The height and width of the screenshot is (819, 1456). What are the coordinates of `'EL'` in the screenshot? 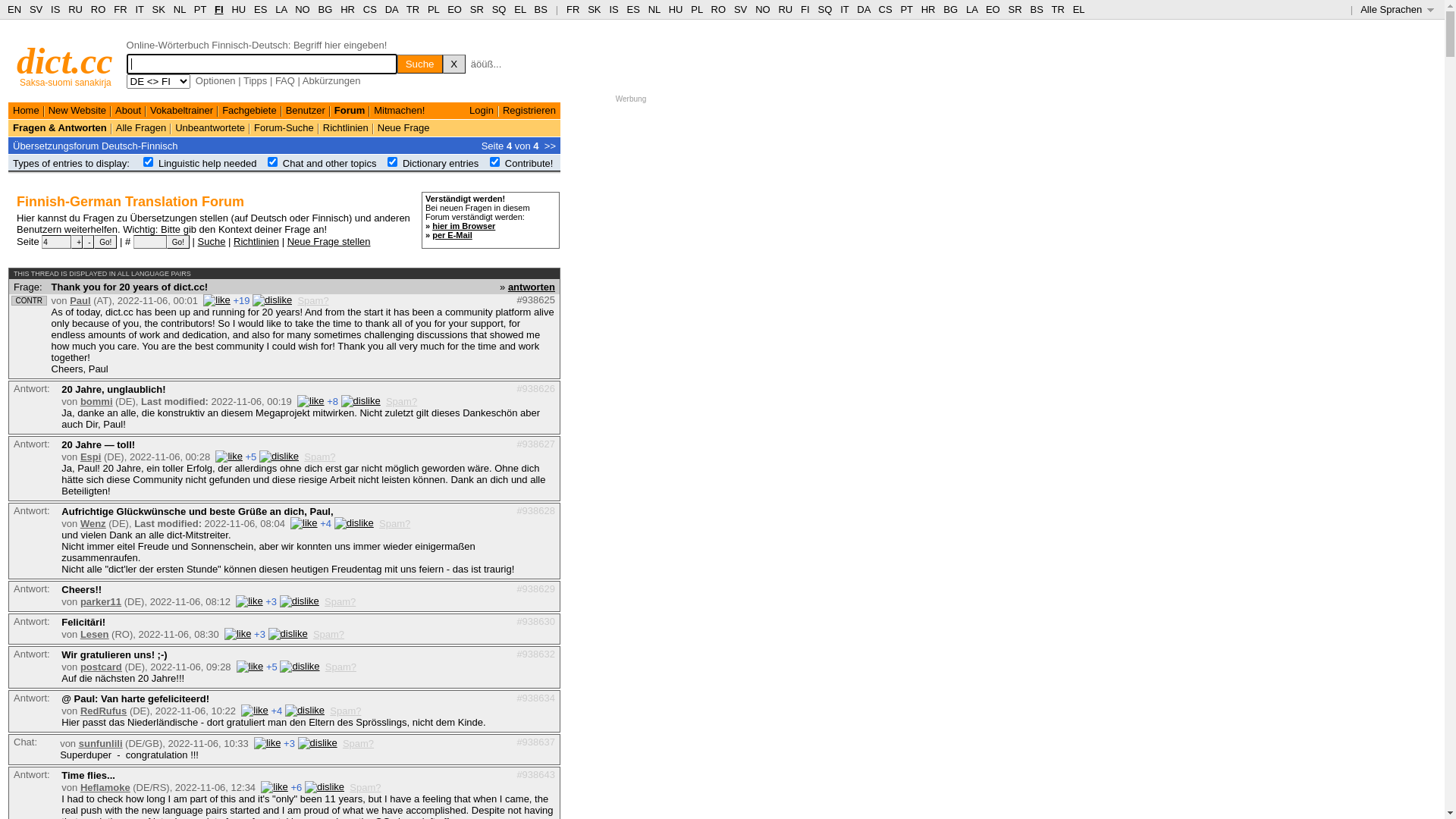 It's located at (519, 9).